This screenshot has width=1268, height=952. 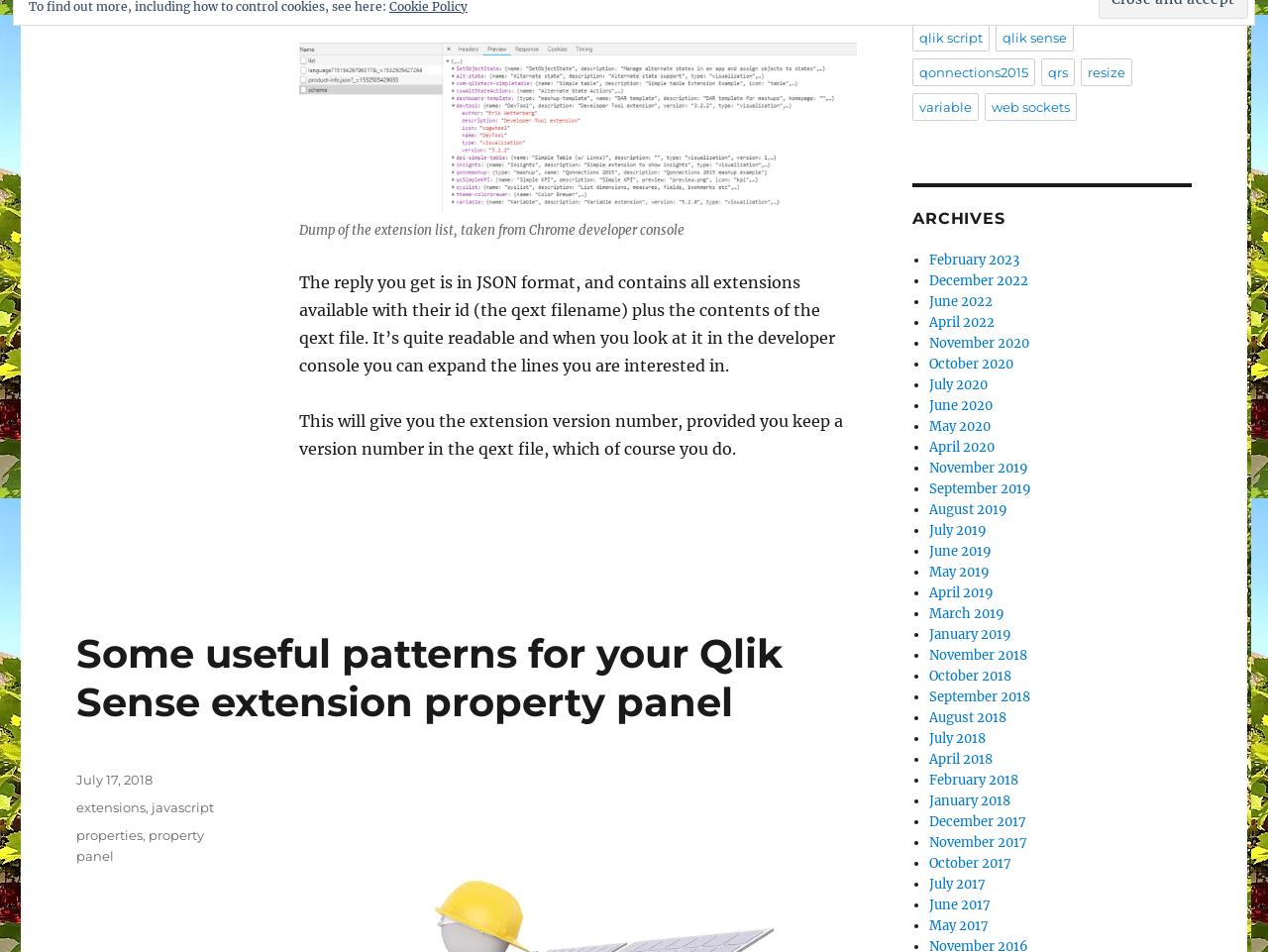 What do you see at coordinates (113, 778) in the screenshot?
I see `'July 17, 2018'` at bounding box center [113, 778].